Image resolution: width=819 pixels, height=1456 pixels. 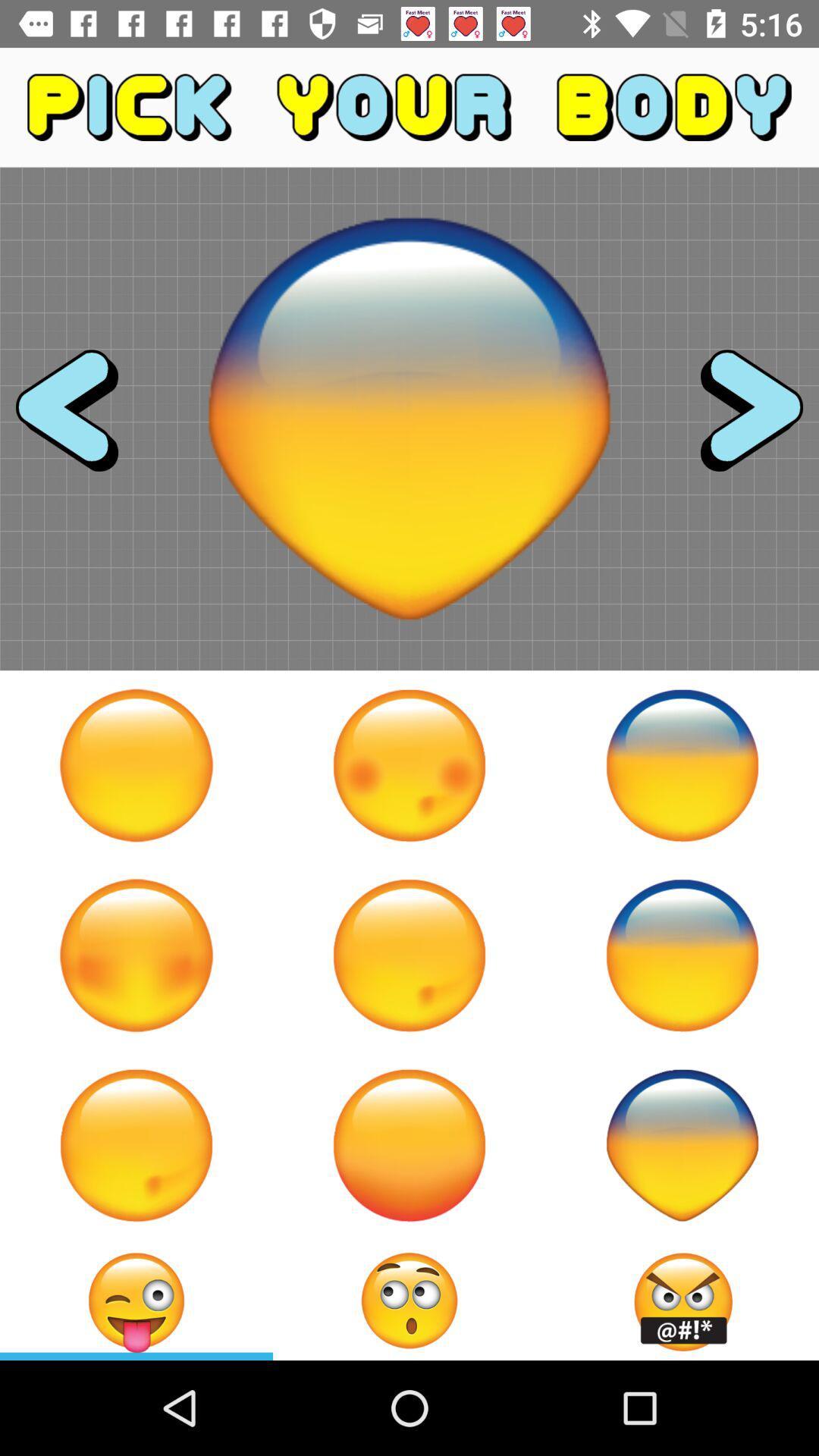 What do you see at coordinates (737, 419) in the screenshot?
I see `advance to next body part` at bounding box center [737, 419].